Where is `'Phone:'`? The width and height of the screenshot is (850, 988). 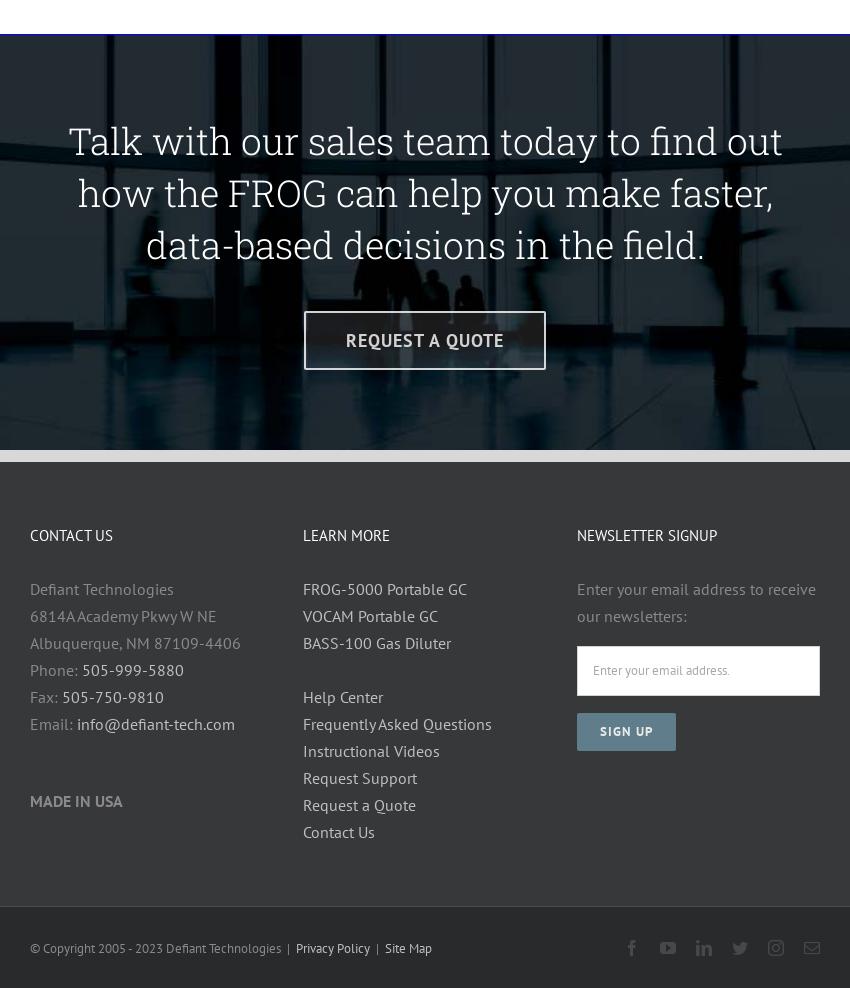 'Phone:' is located at coordinates (56, 667).